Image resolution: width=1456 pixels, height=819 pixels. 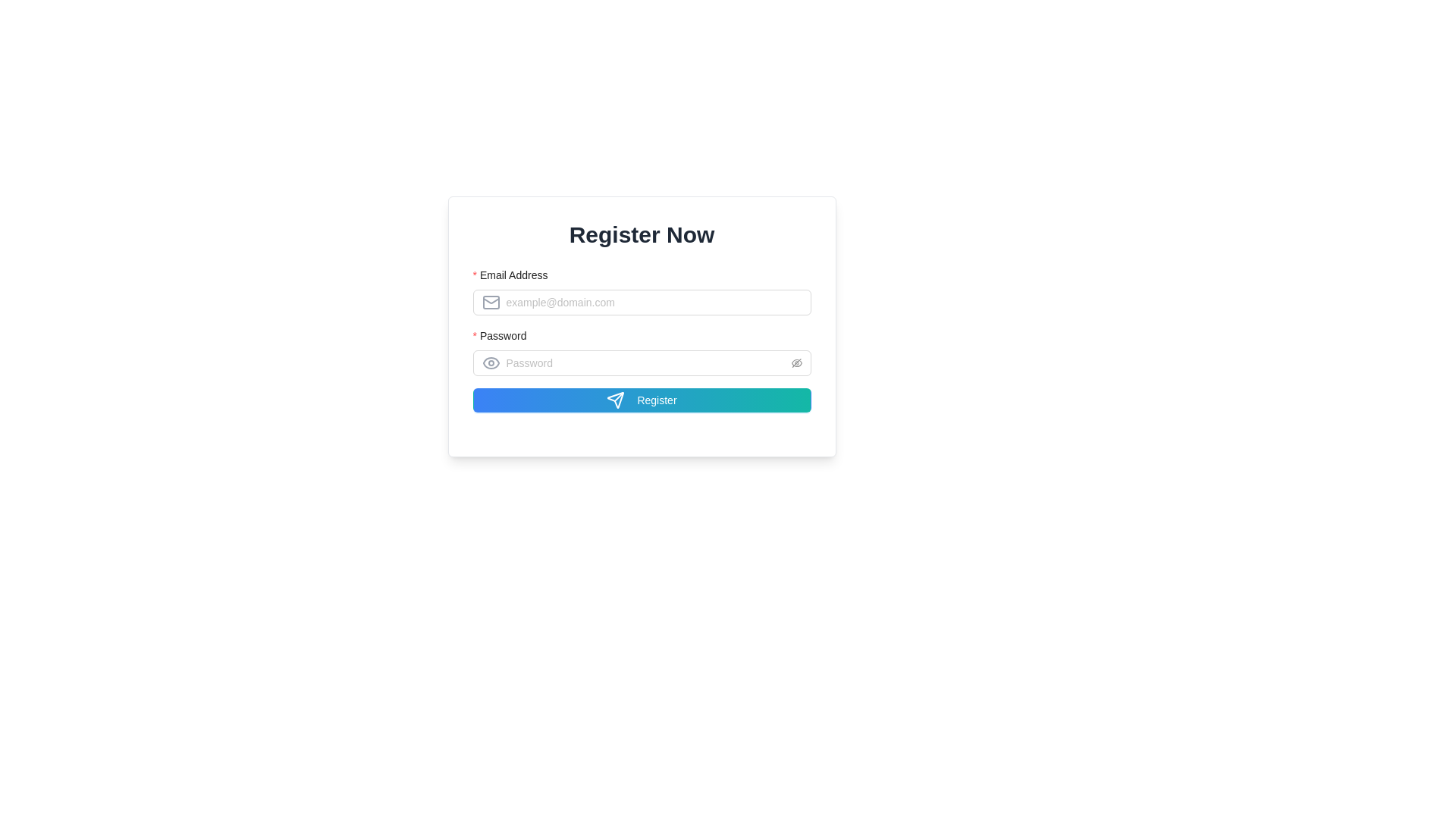 What do you see at coordinates (642, 338) in the screenshot?
I see `the associated input field for the password` at bounding box center [642, 338].